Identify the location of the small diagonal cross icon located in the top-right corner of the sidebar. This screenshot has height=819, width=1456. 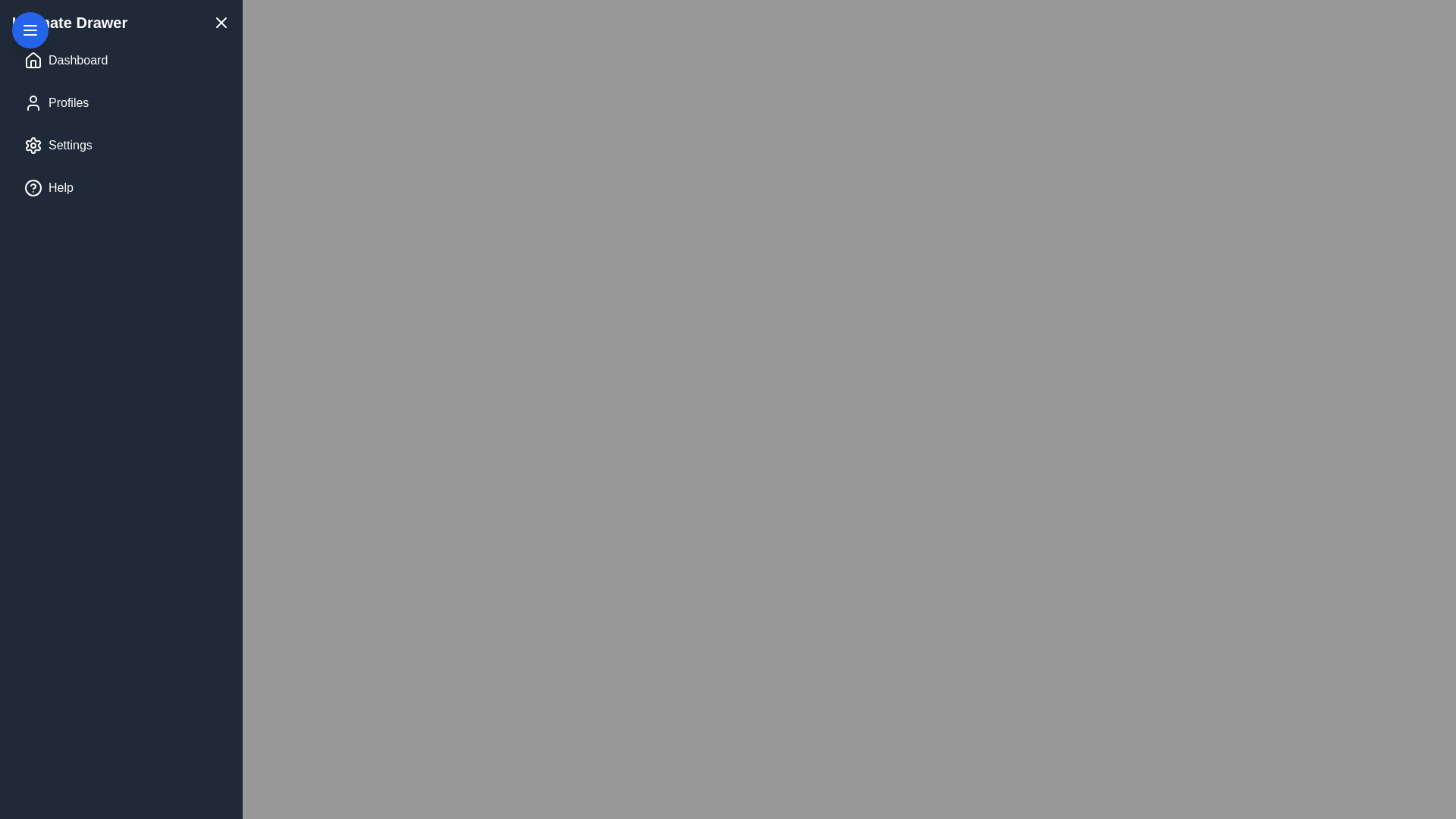
(221, 23).